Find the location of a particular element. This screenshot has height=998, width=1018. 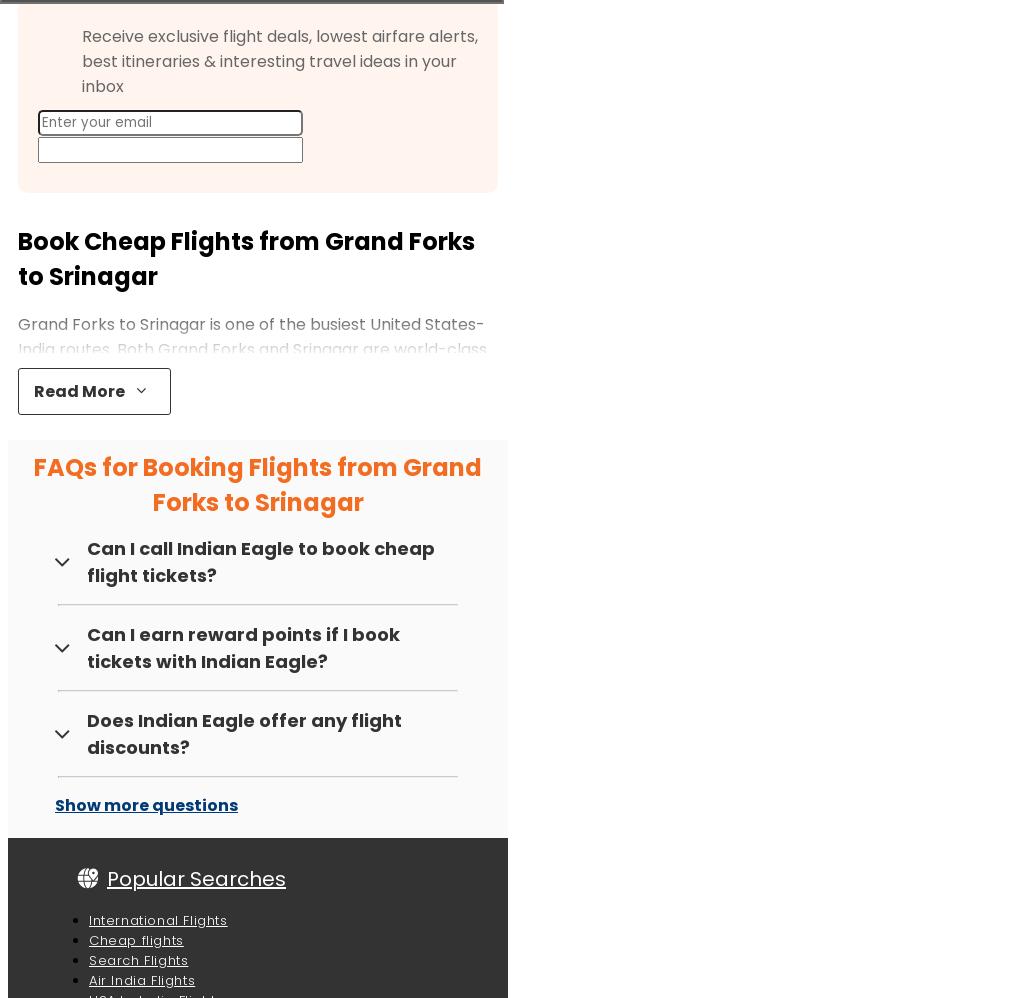

'Can I call Indian Eagle to book cheap flight tickets?' is located at coordinates (87, 559).